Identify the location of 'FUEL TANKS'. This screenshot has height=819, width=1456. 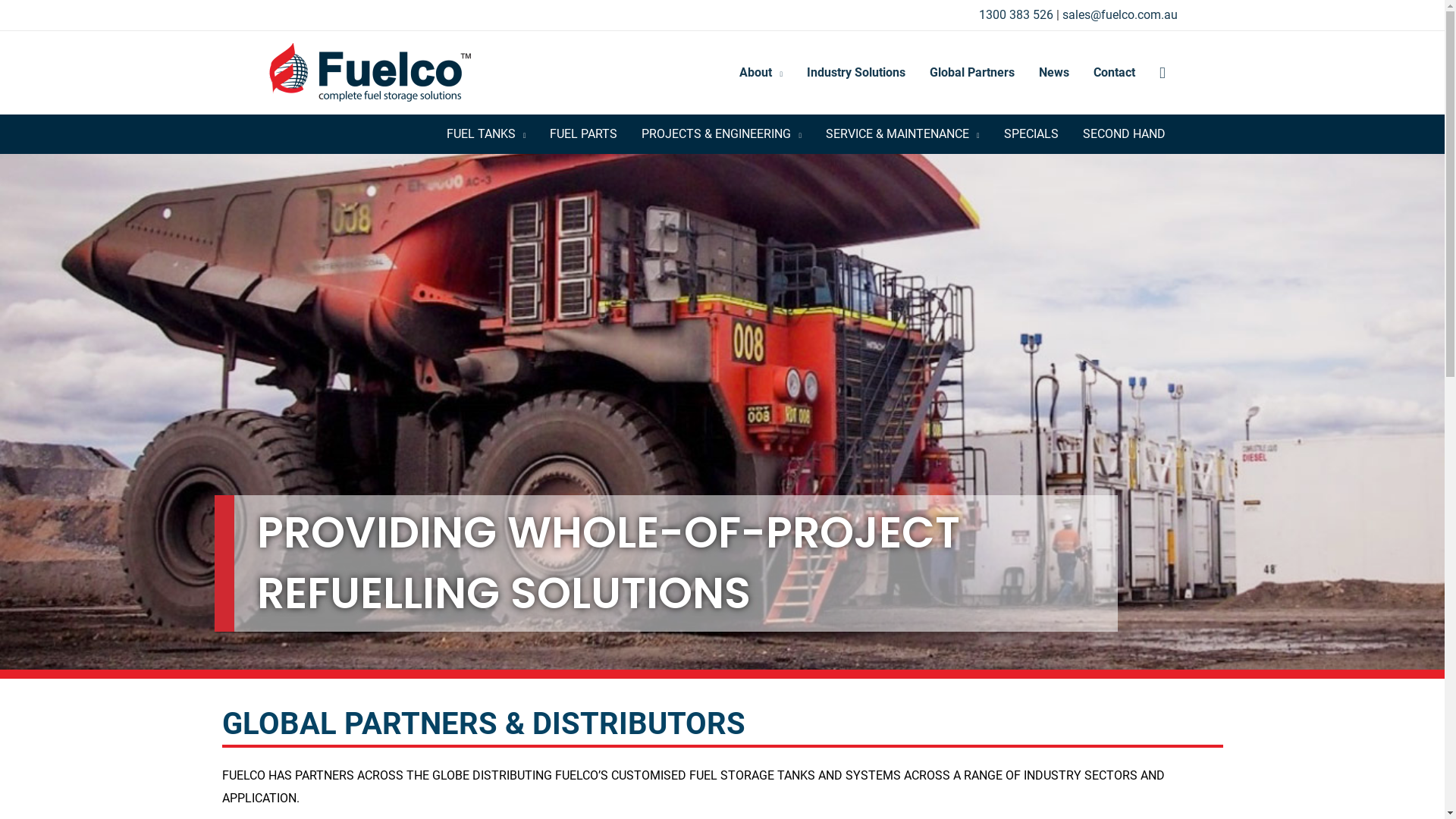
(433, 133).